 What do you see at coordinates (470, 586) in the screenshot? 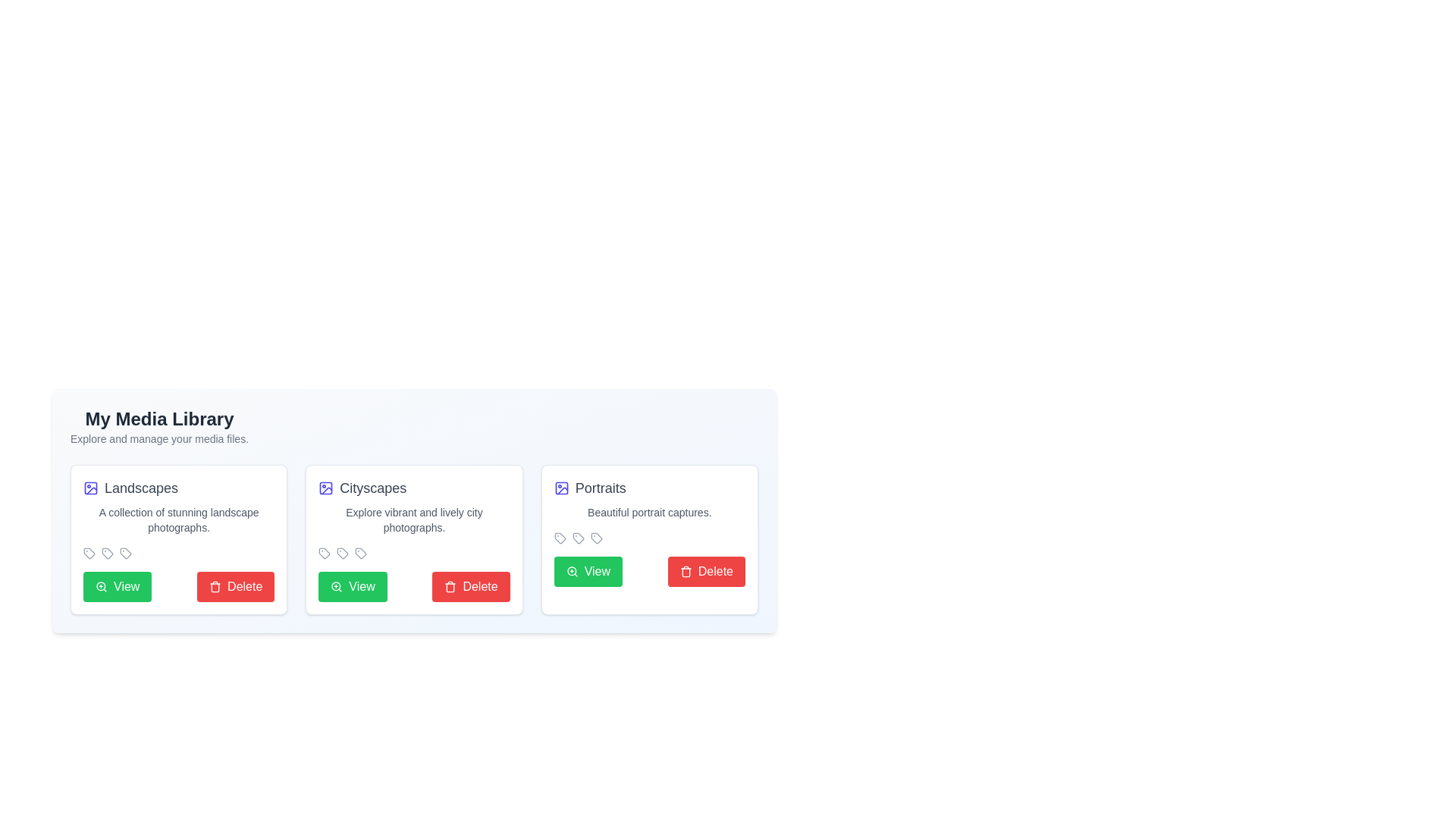
I see `the delete button located under the 'Cityscapes' section in the 'My Media Library' interface, positioned to the right of the 'View' button` at bounding box center [470, 586].